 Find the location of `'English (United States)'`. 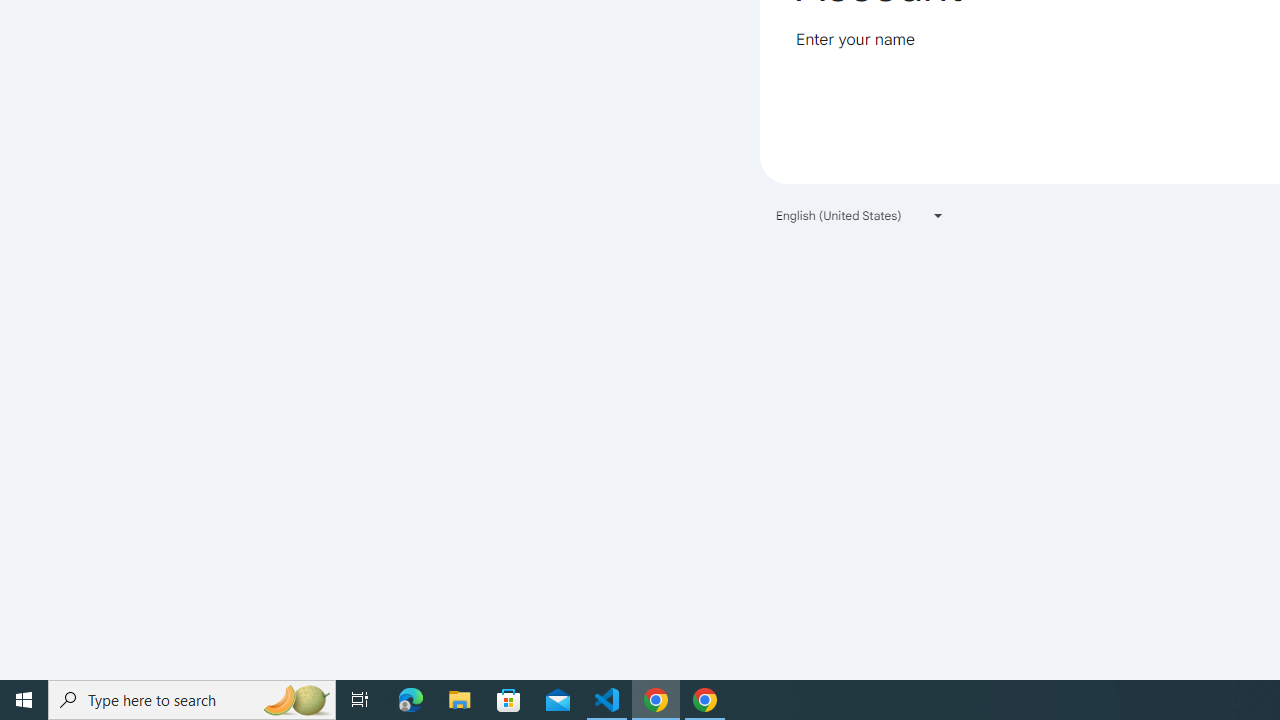

'English (United States)' is located at coordinates (860, 215).